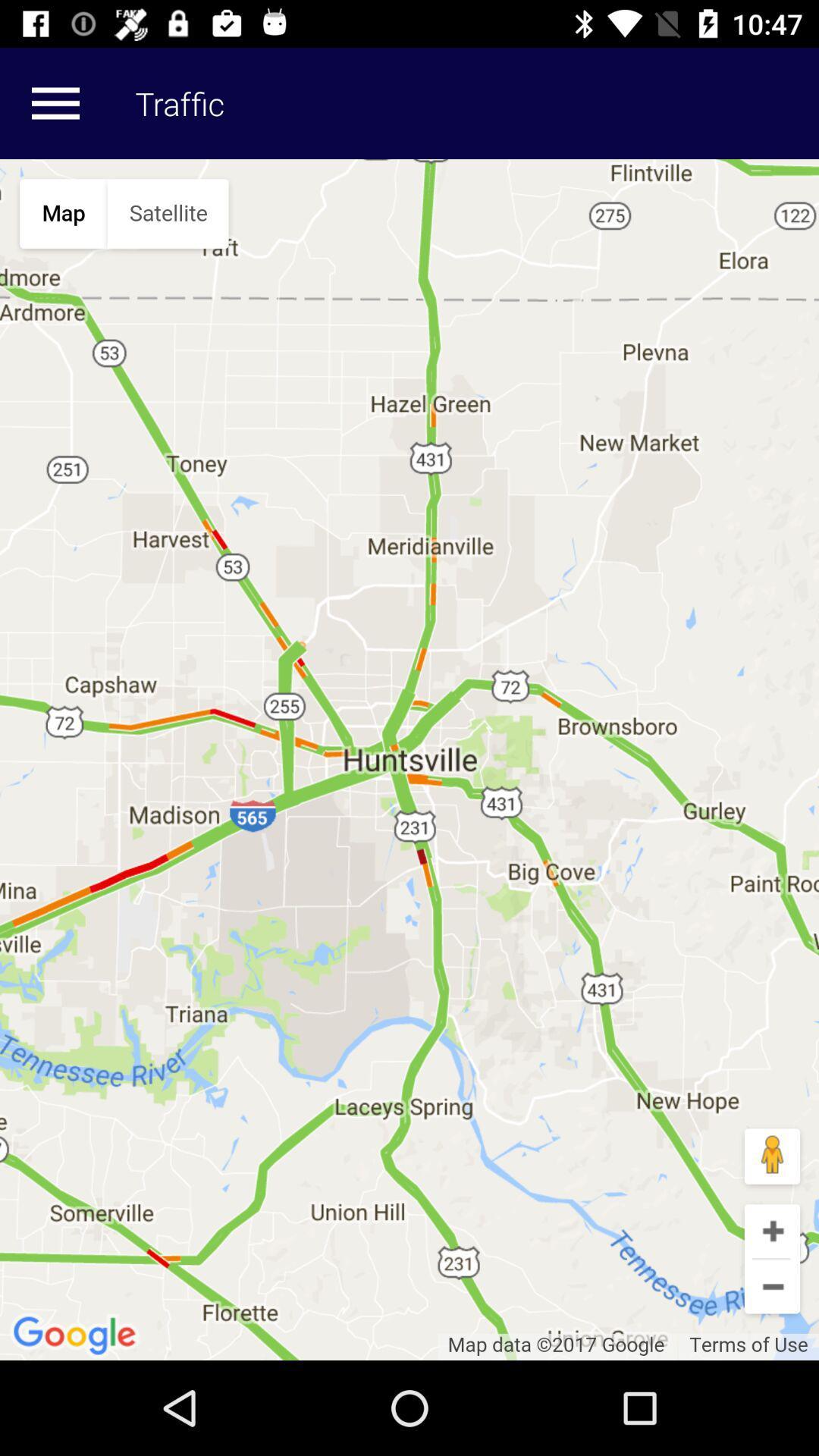 The image size is (819, 1456). Describe the element at coordinates (55, 102) in the screenshot. I see `menu button` at that location.